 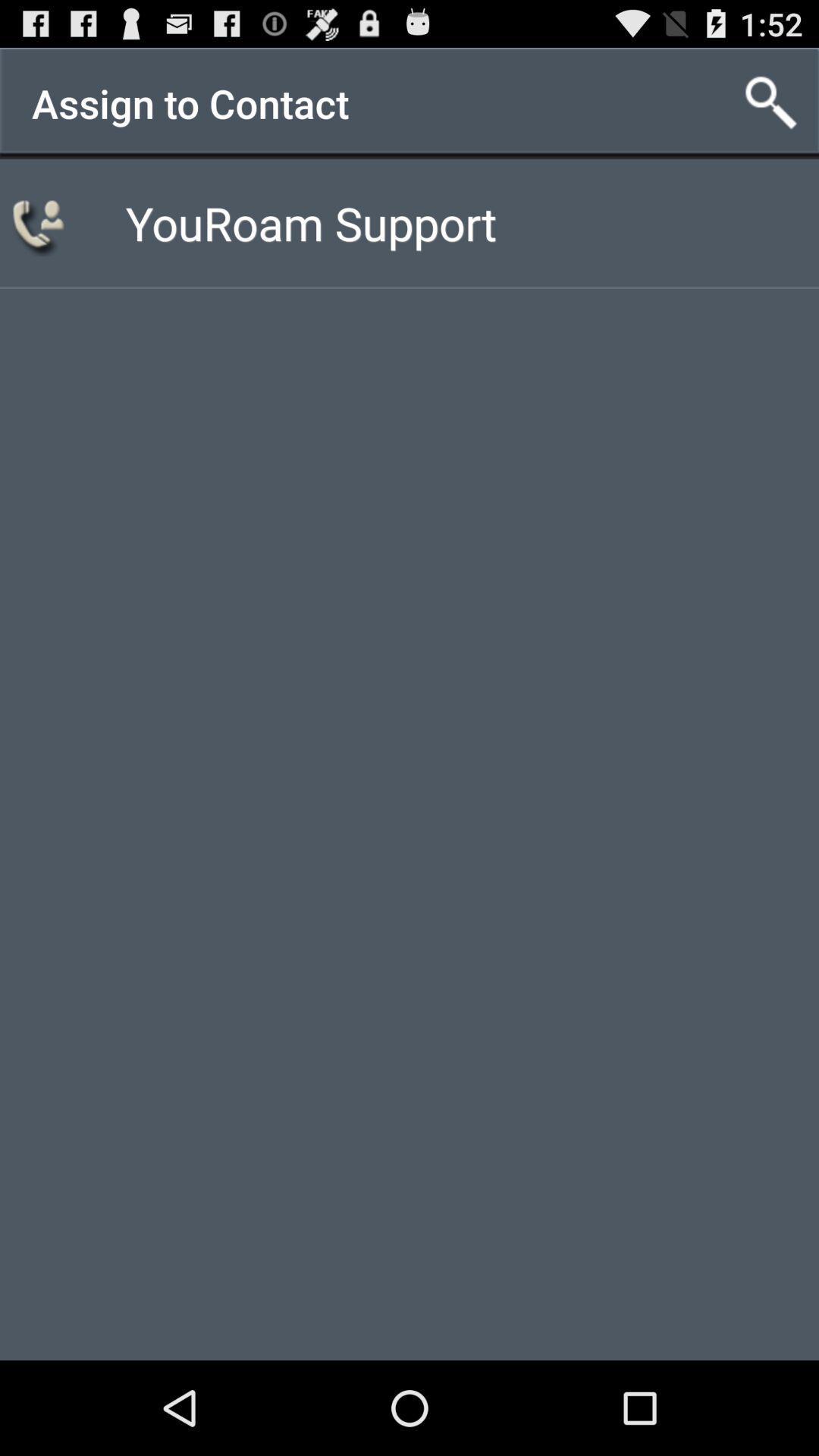 What do you see at coordinates (310, 221) in the screenshot?
I see `youroam support icon` at bounding box center [310, 221].